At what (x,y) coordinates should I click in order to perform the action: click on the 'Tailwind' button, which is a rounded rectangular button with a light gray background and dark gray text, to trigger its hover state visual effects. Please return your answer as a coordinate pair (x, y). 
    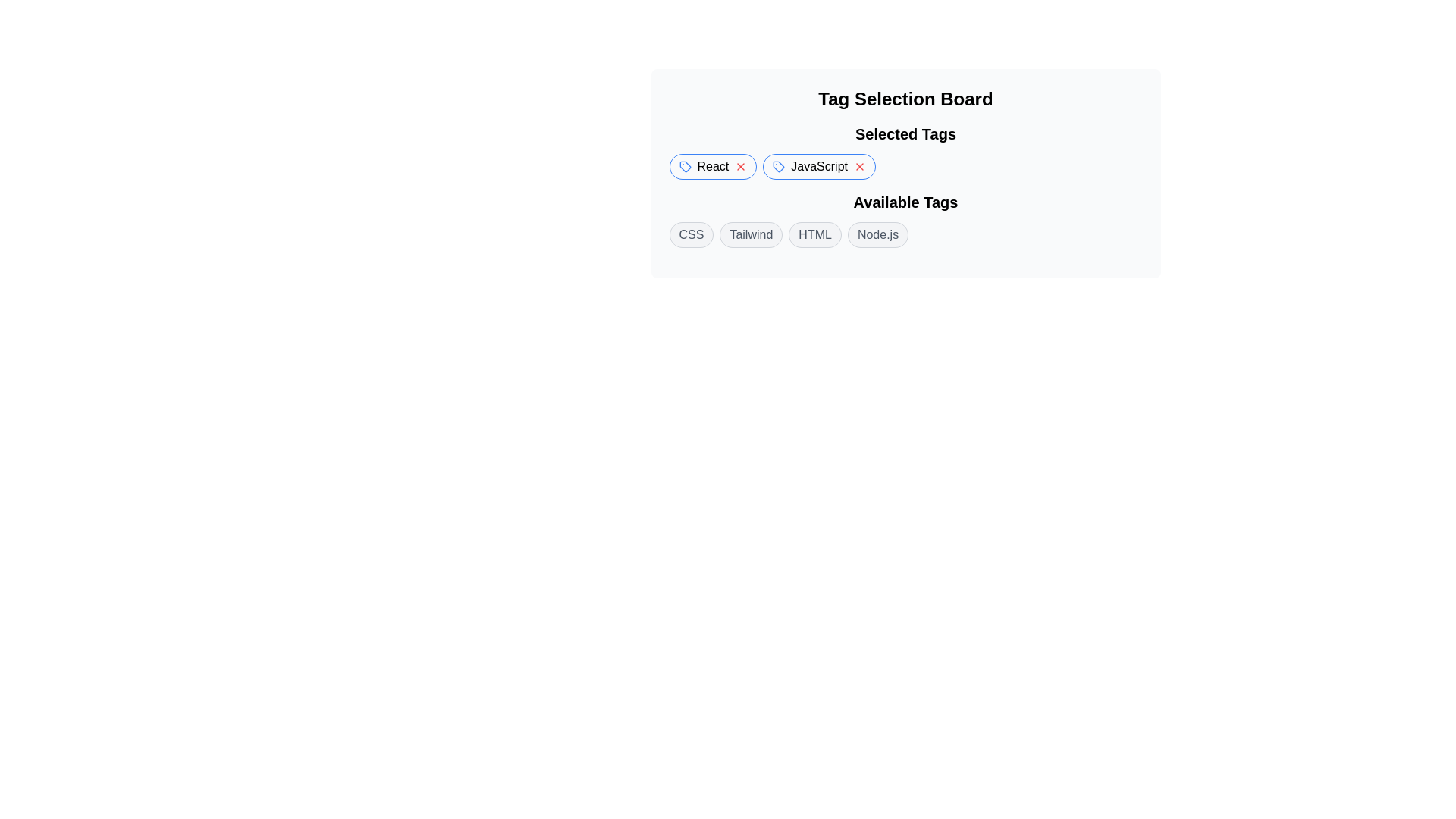
    Looking at the image, I should click on (751, 234).